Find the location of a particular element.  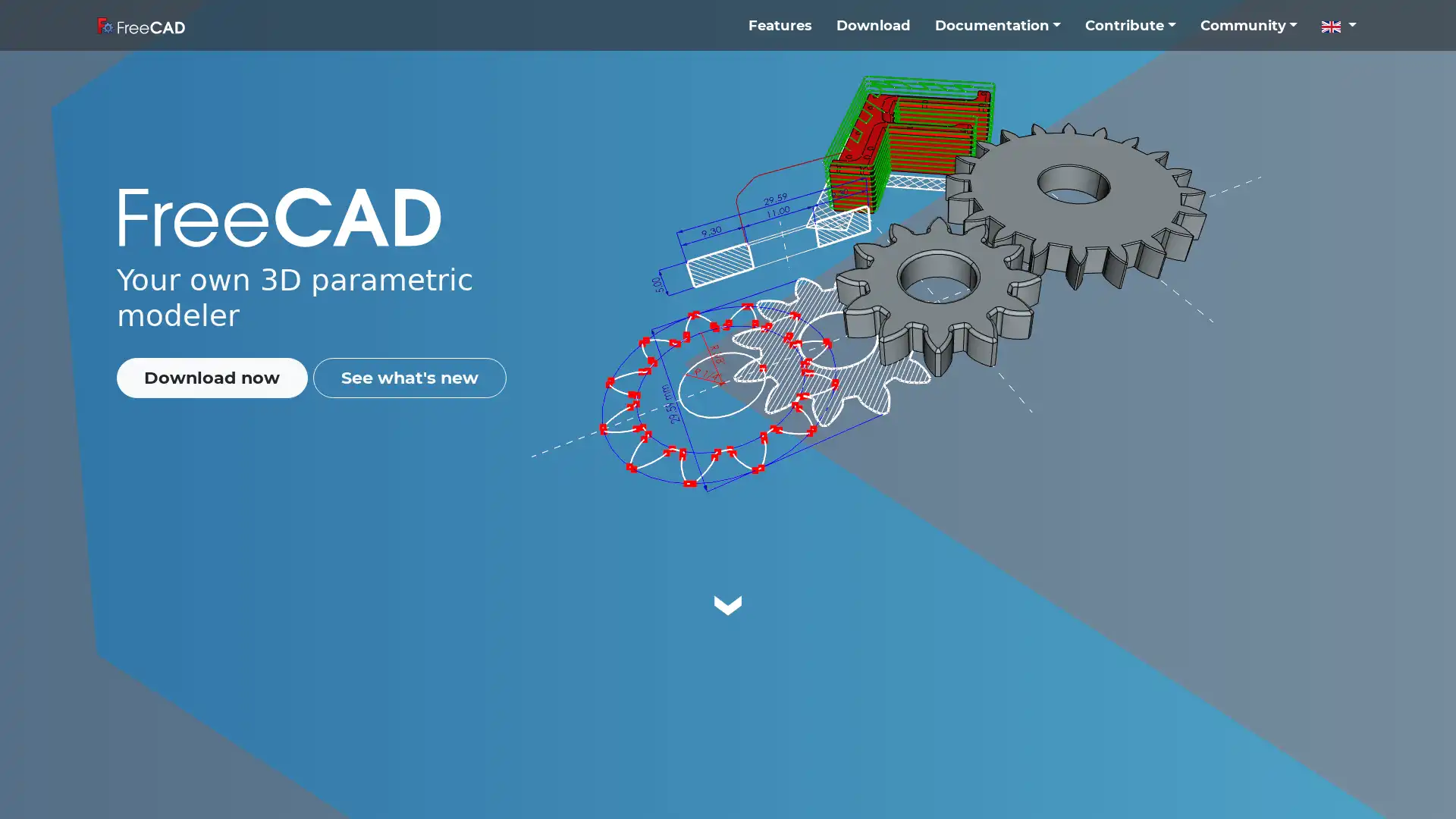

Download now is located at coordinates (211, 376).